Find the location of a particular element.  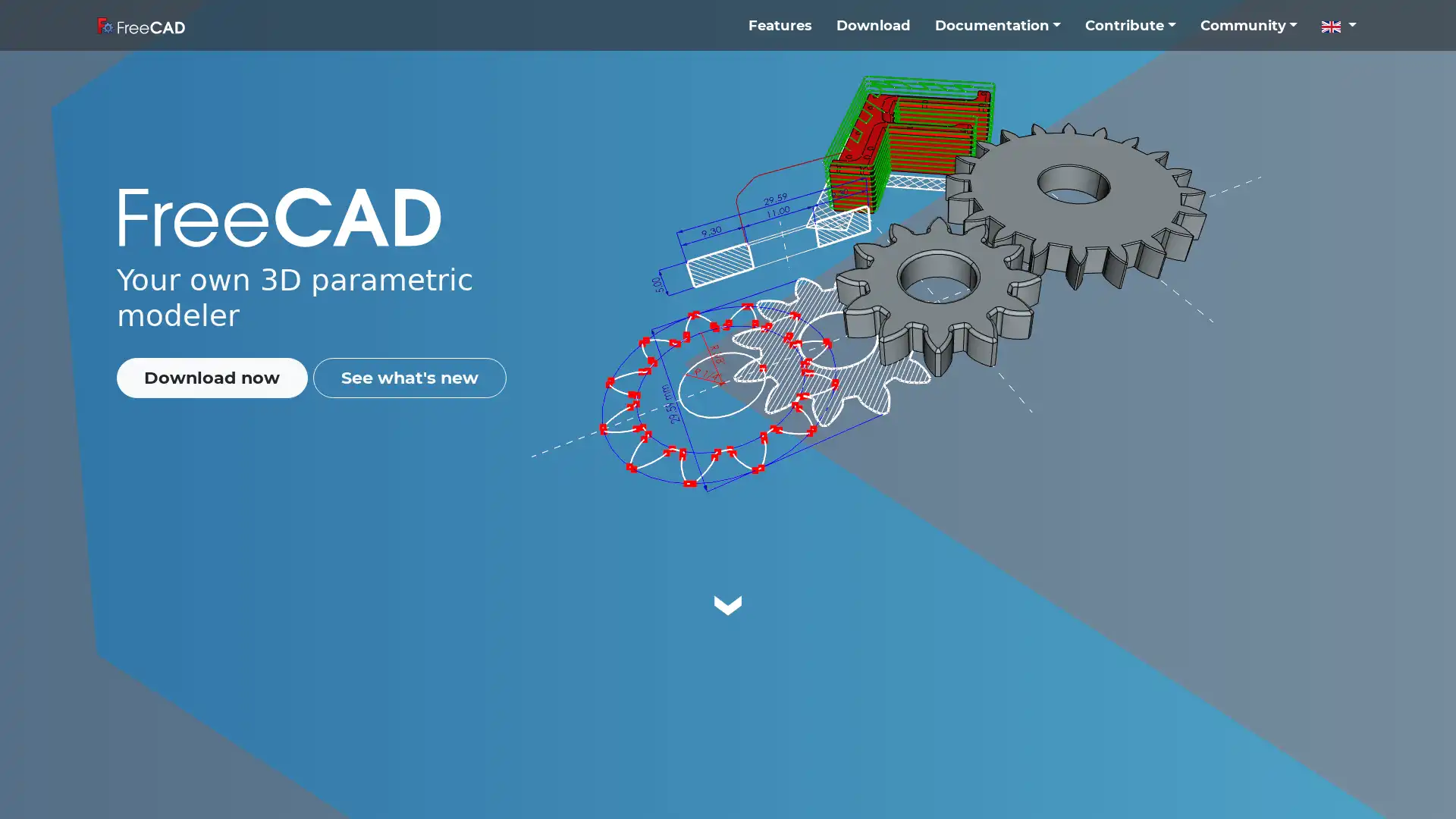

Download now is located at coordinates (211, 376).